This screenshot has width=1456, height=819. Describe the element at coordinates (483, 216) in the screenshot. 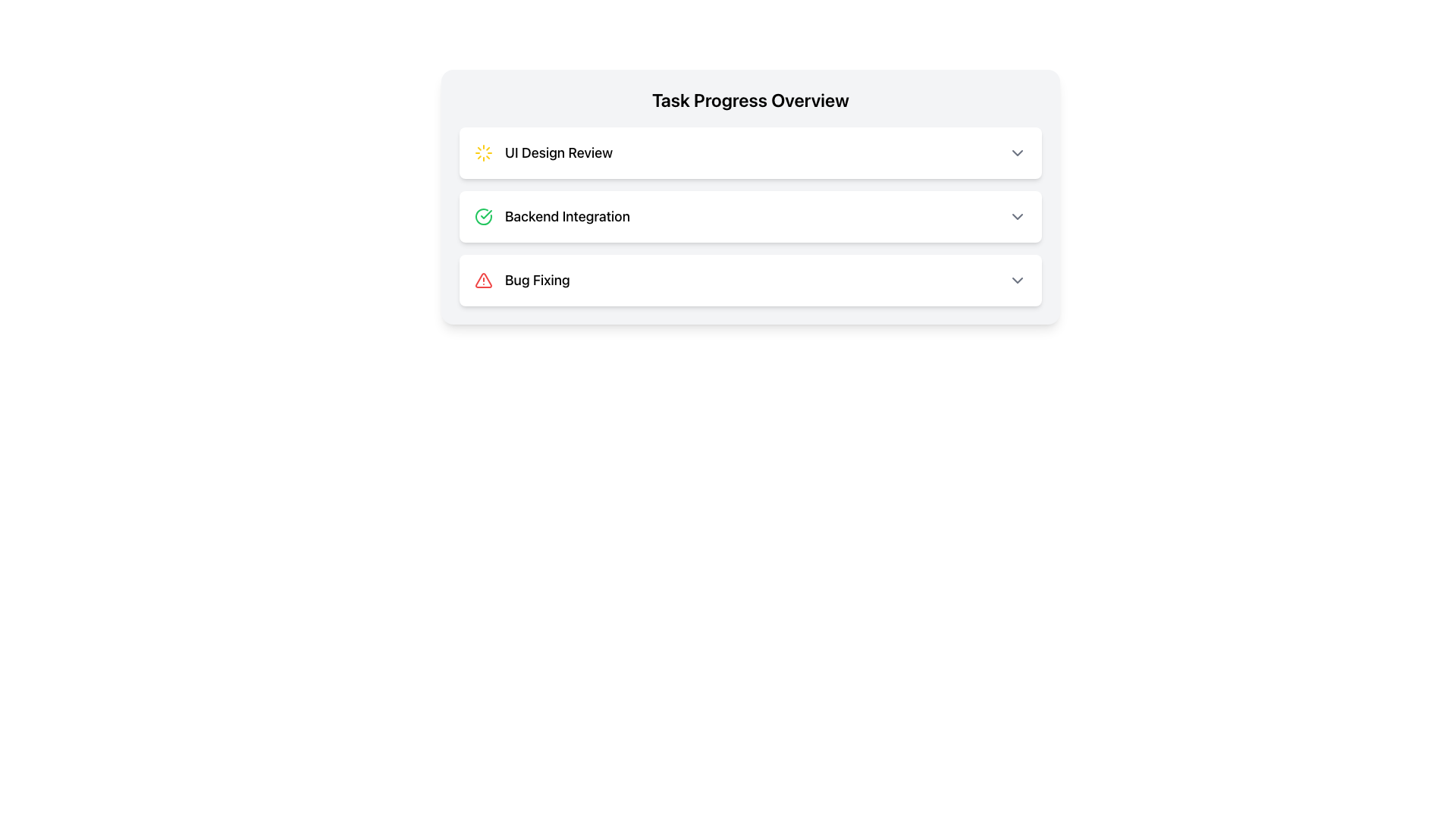

I see `the completion state icon for the task 'Backend Integration', which is positioned to the left of its text label in the task progress overview list` at that location.